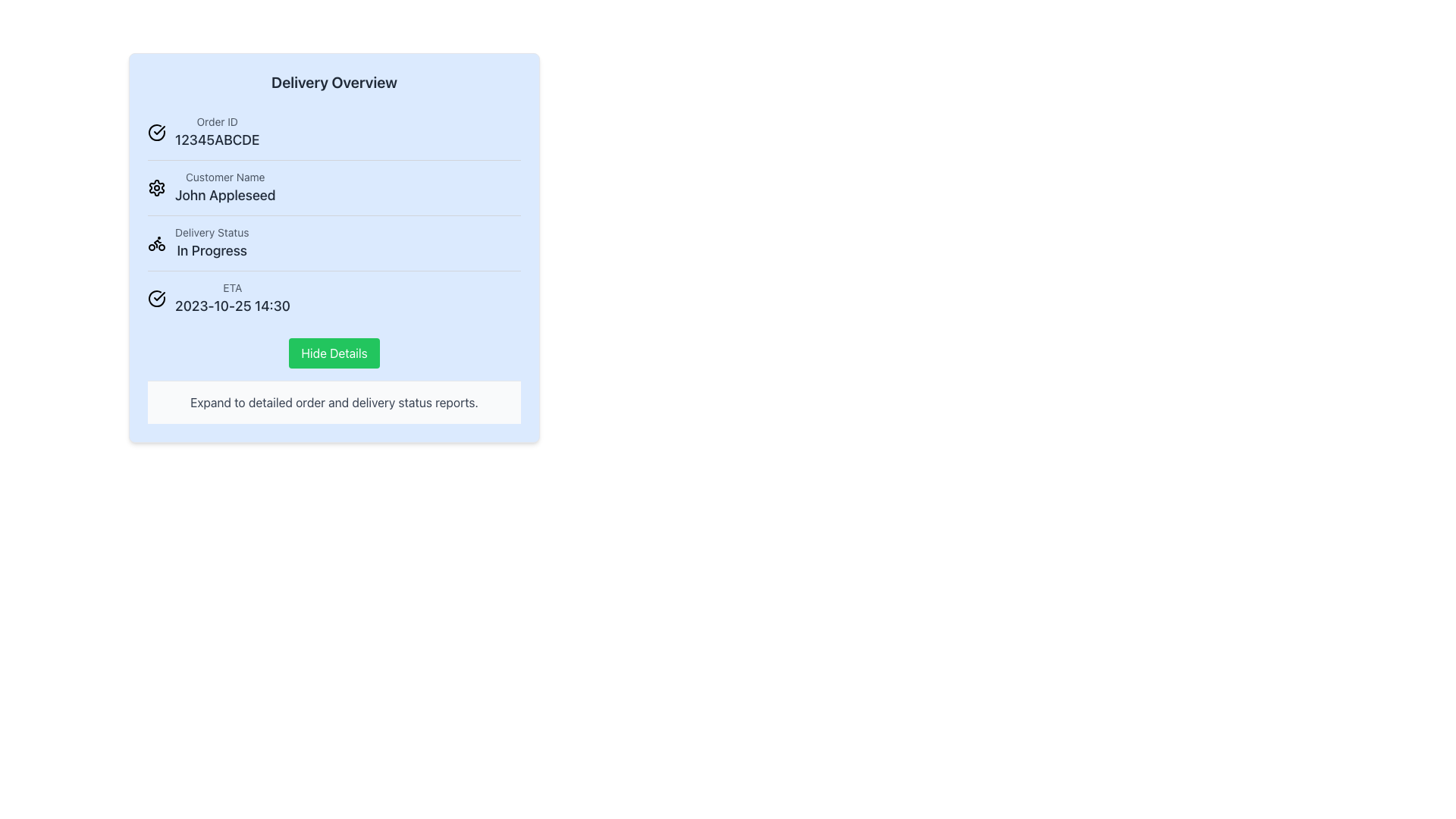 This screenshot has height=819, width=1456. I want to click on the ETA status icon located on the left side of the segment labeled 'ETA', adjacent to the timestamp '2023-10-25 14:30', so click(156, 298).